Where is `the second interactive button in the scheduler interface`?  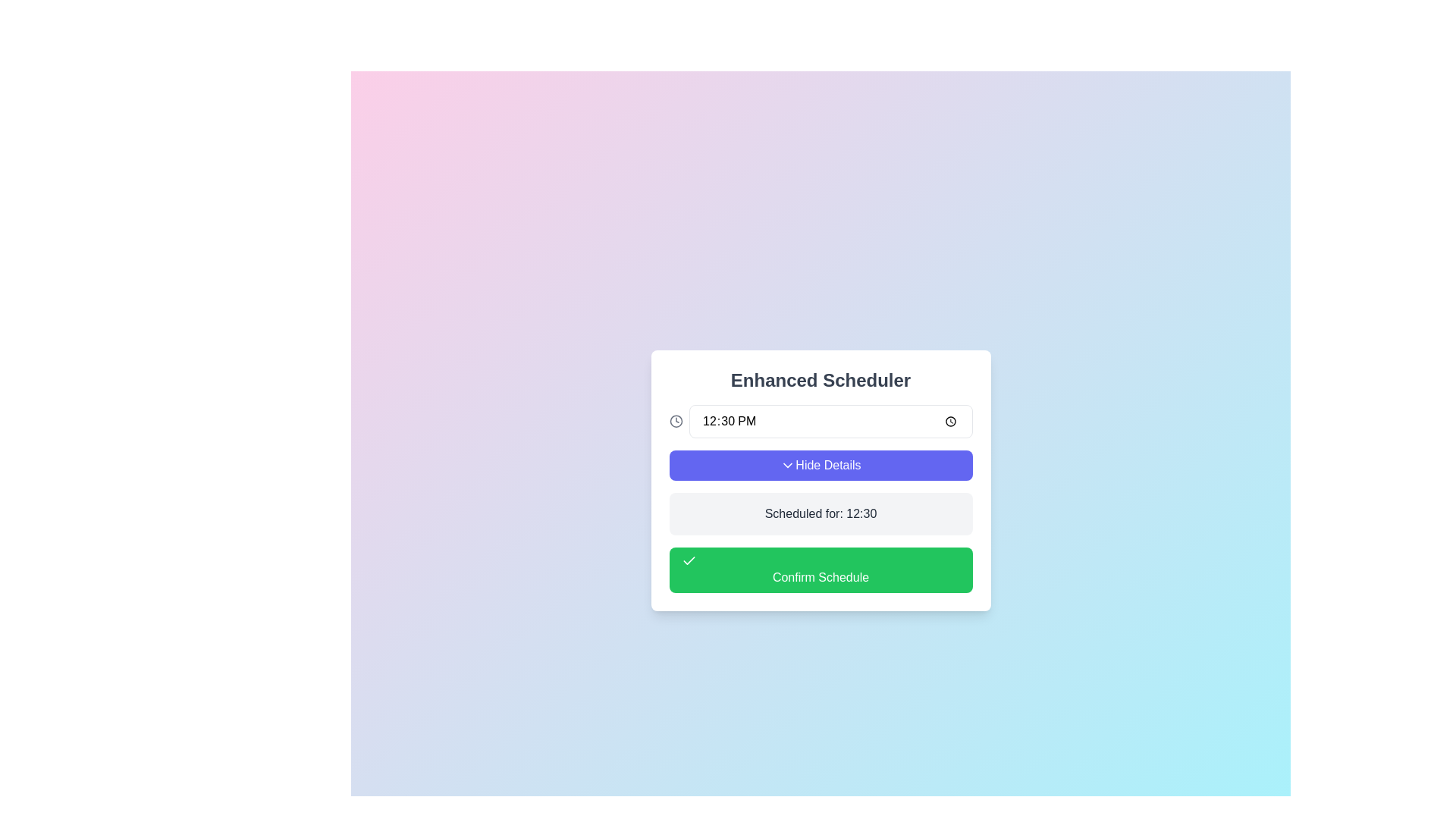
the second interactive button in the scheduler interface is located at coordinates (820, 480).